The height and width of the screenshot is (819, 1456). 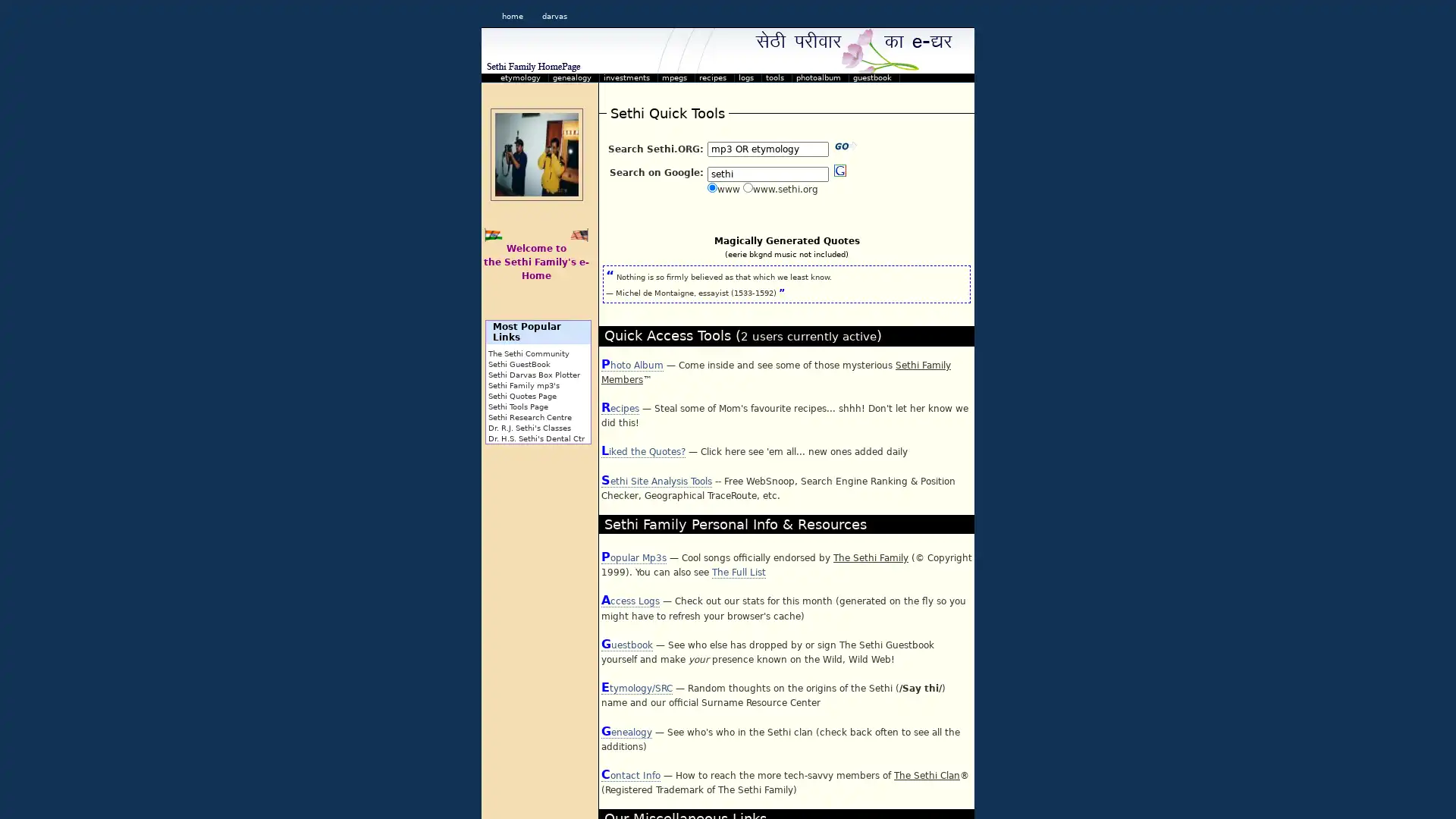 I want to click on Search Sethi.ORG, so click(x=845, y=146).